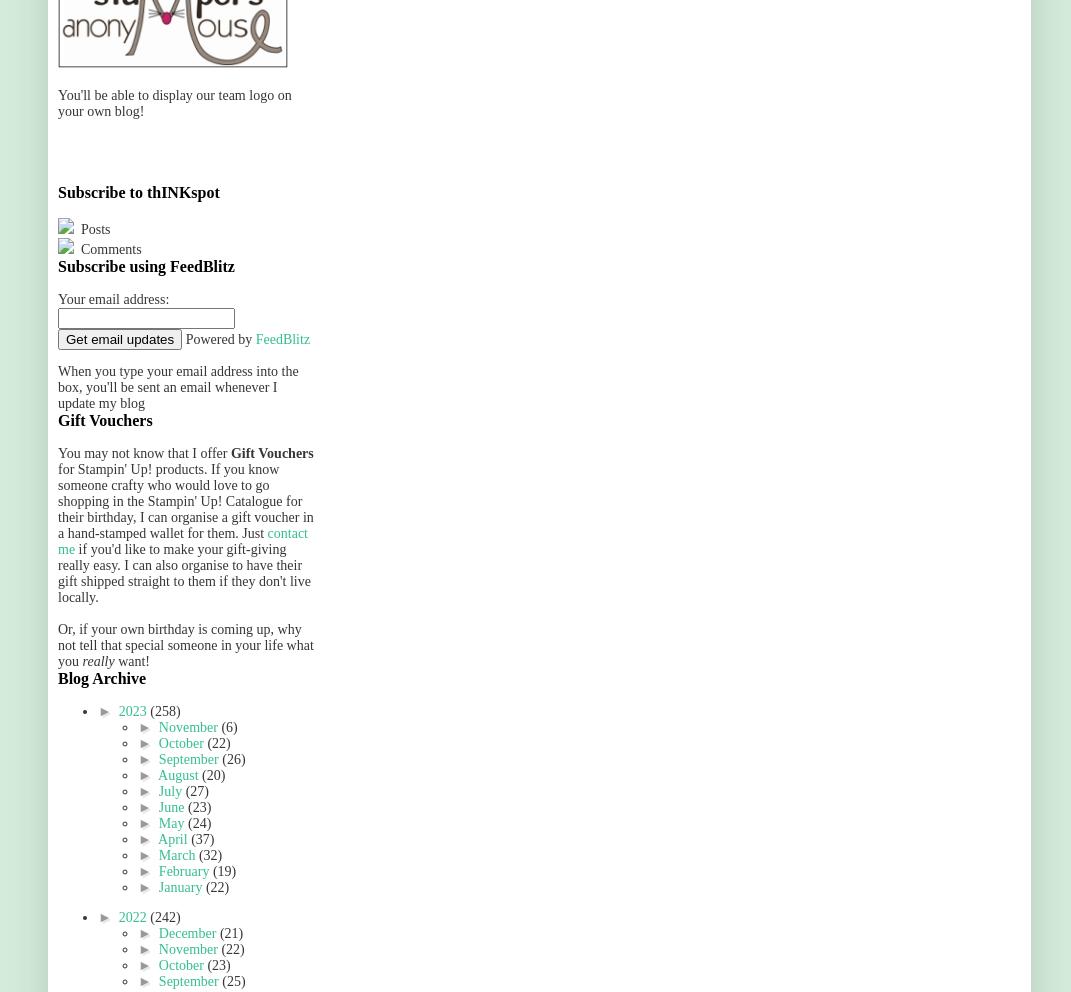 Image resolution: width=1071 pixels, height=992 pixels. What do you see at coordinates (231, 932) in the screenshot?
I see `'(21)'` at bounding box center [231, 932].